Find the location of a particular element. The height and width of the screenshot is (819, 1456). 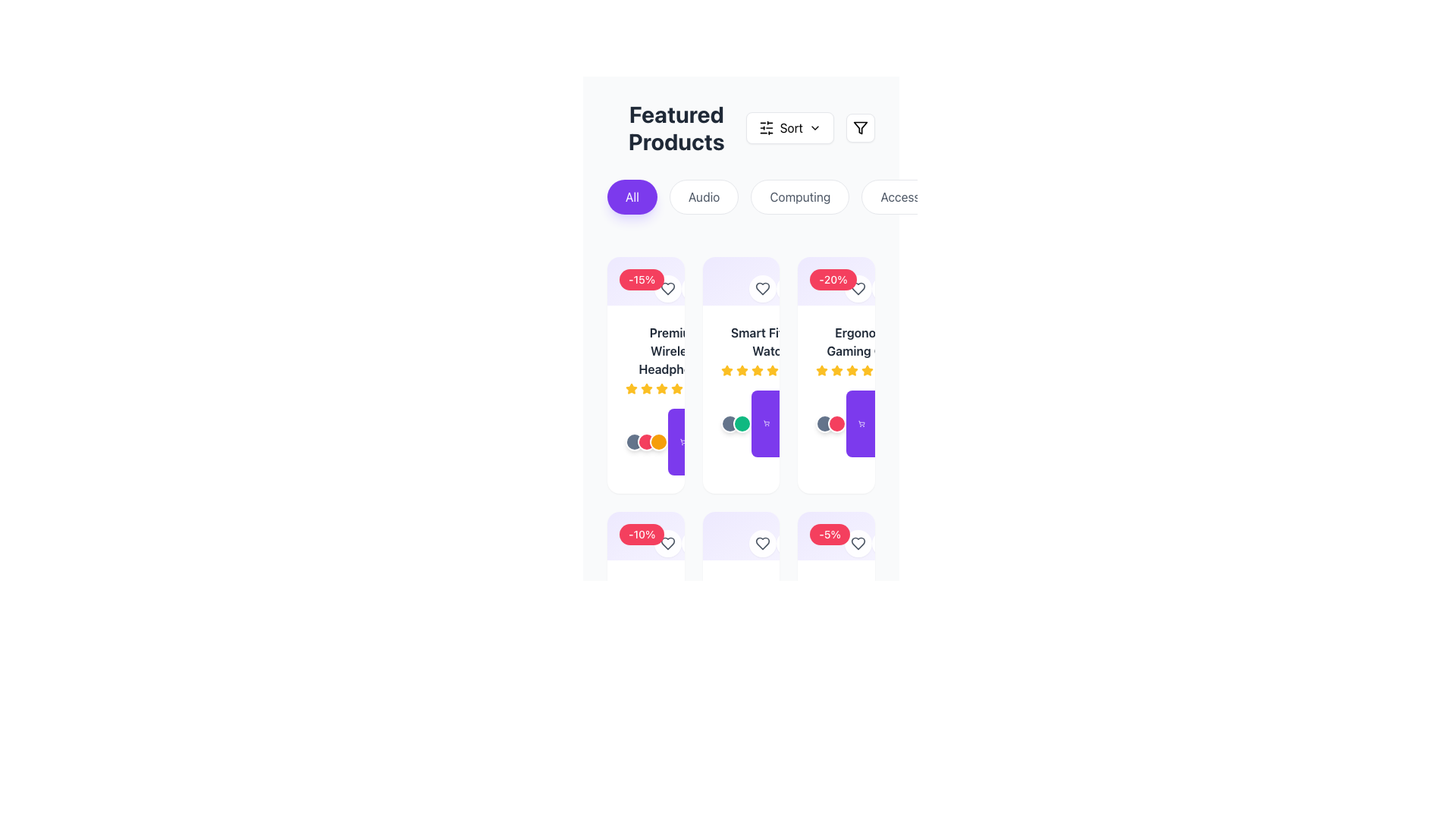

the discount badge indicating a 20% reduction in price for the 'Ergonomic Gaming' item located in the top-left corner of the product card is located at coordinates (833, 280).